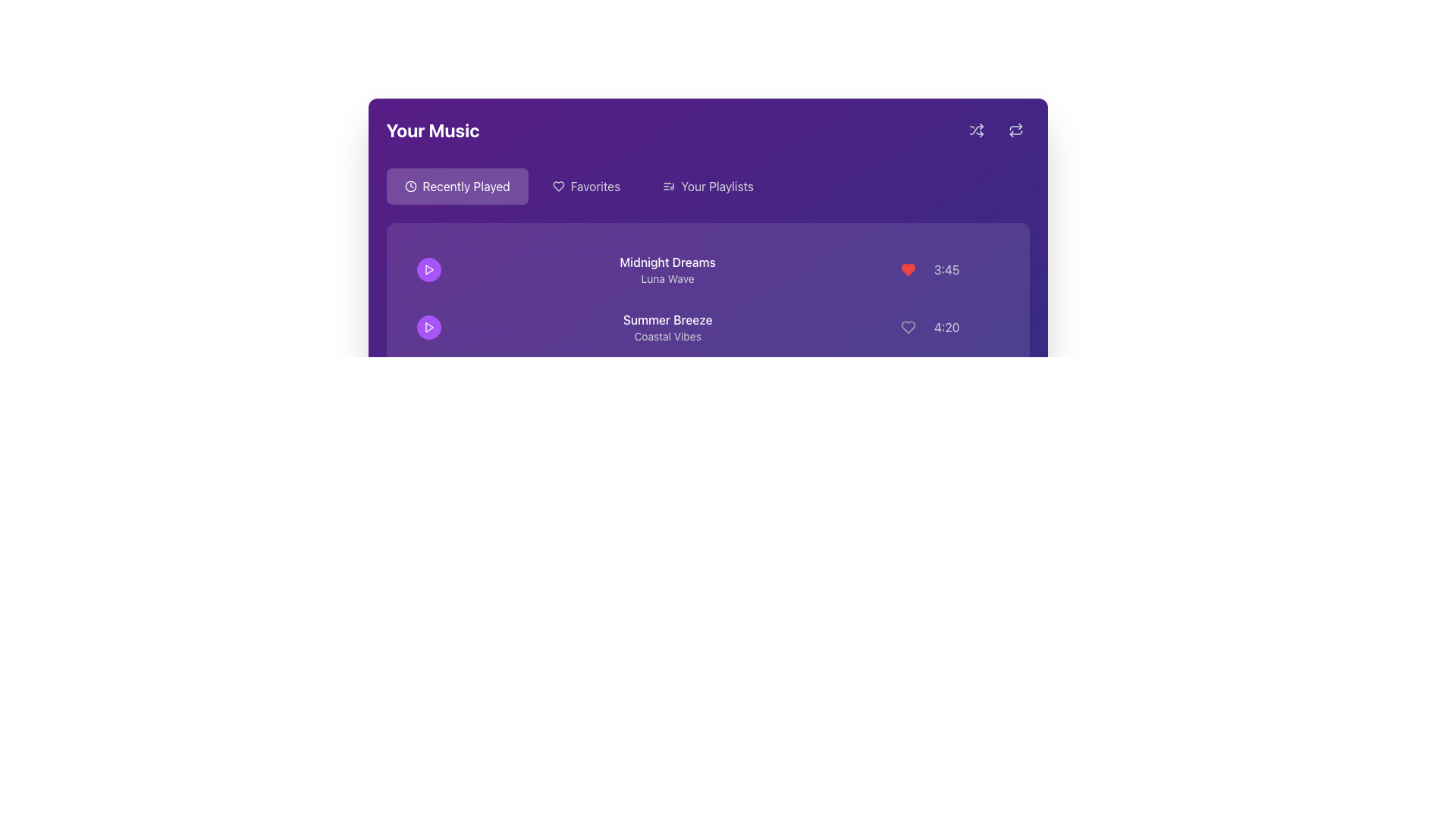  I want to click on the shuffle icon button, which features intertwined arrows and is located in the top right corner of the interface, so click(976, 130).